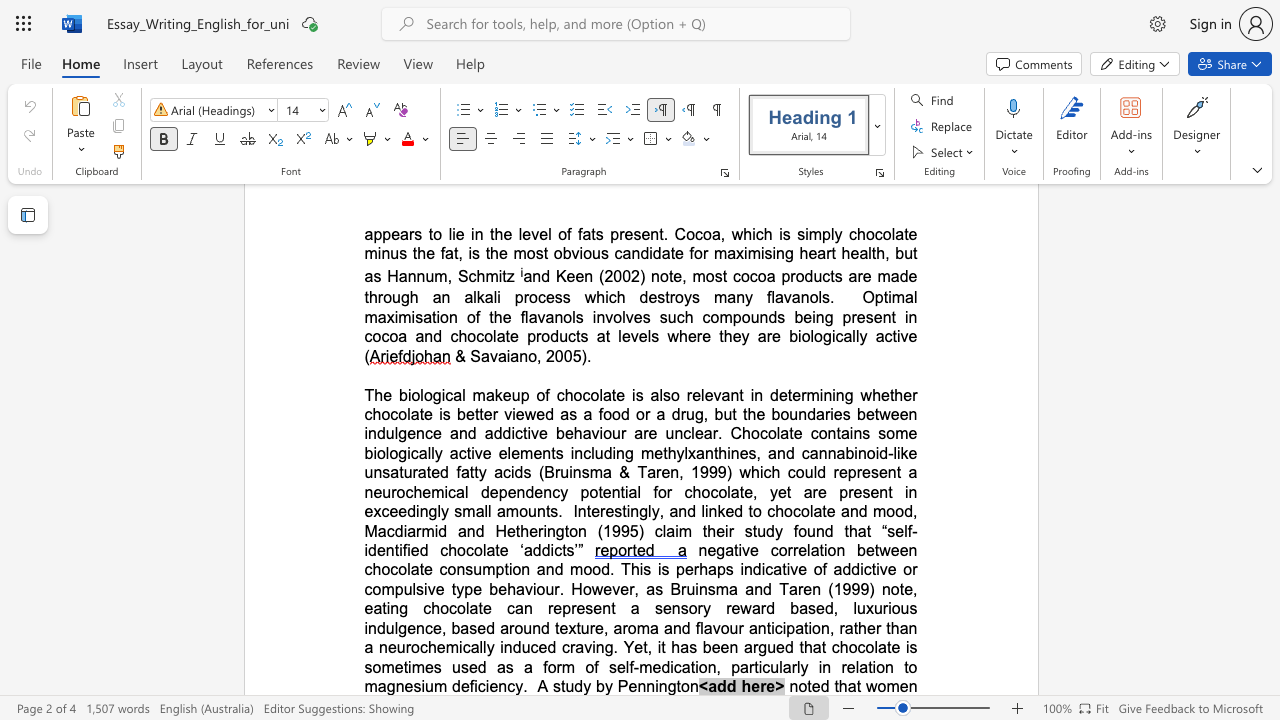 The width and height of the screenshot is (1280, 720). What do you see at coordinates (595, 685) in the screenshot?
I see `the subset text "by Penningt" within the text "A study by Pennington"` at bounding box center [595, 685].